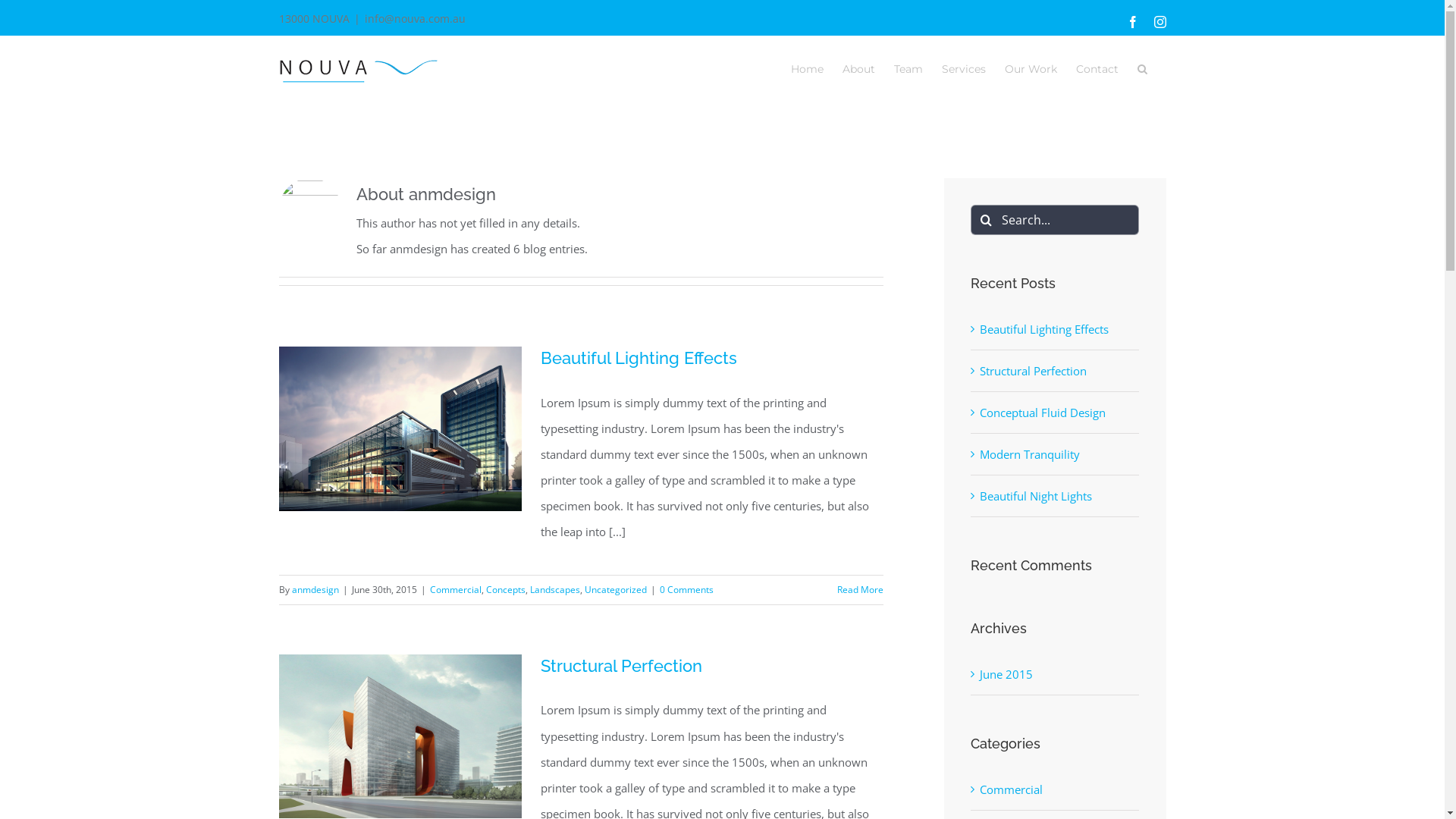 The height and width of the screenshot is (819, 1456). I want to click on 'Concepts', so click(505, 588).